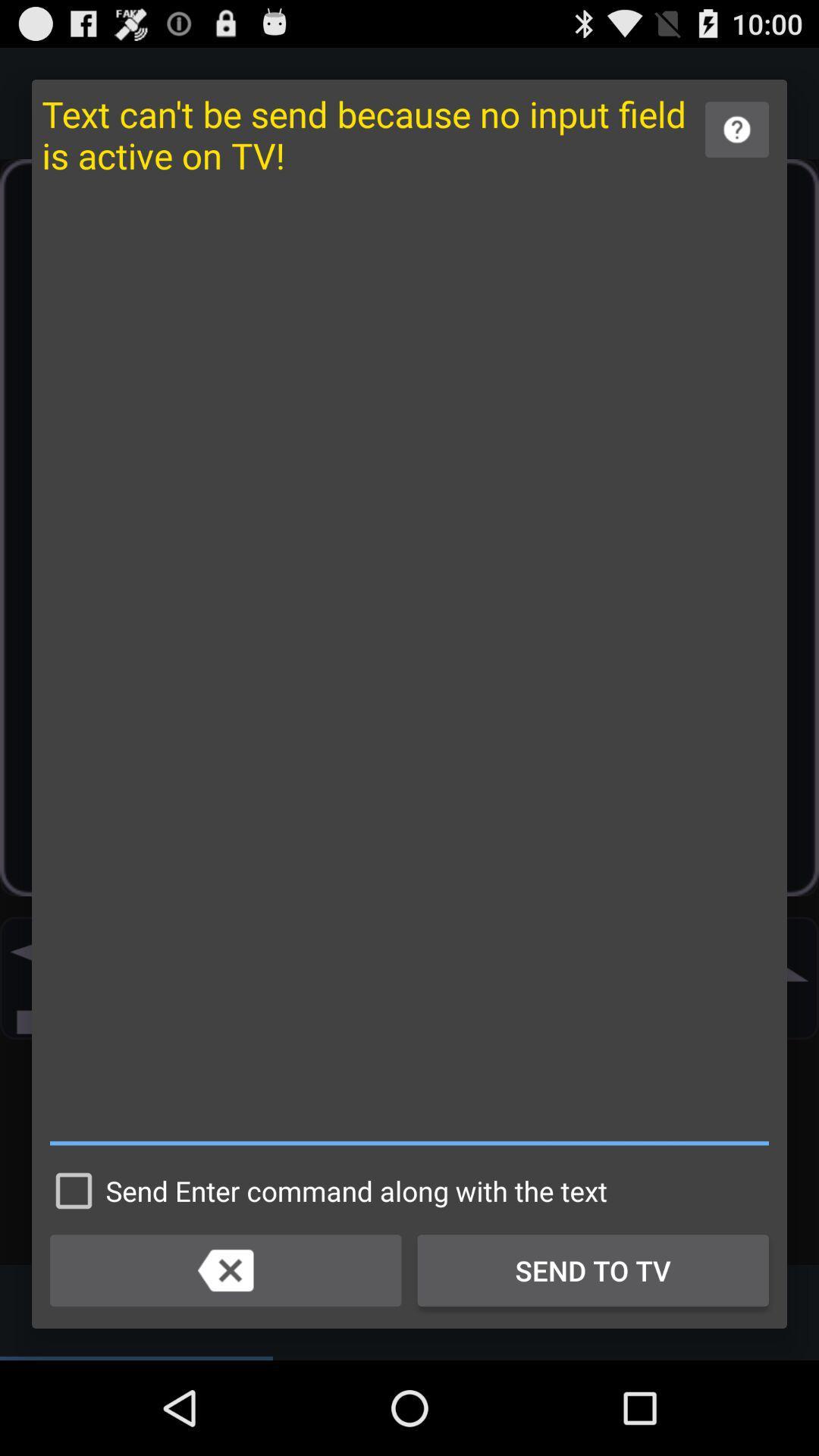 This screenshot has width=819, height=1456. What do you see at coordinates (225, 1270) in the screenshot?
I see `item at the bottom left corner` at bounding box center [225, 1270].